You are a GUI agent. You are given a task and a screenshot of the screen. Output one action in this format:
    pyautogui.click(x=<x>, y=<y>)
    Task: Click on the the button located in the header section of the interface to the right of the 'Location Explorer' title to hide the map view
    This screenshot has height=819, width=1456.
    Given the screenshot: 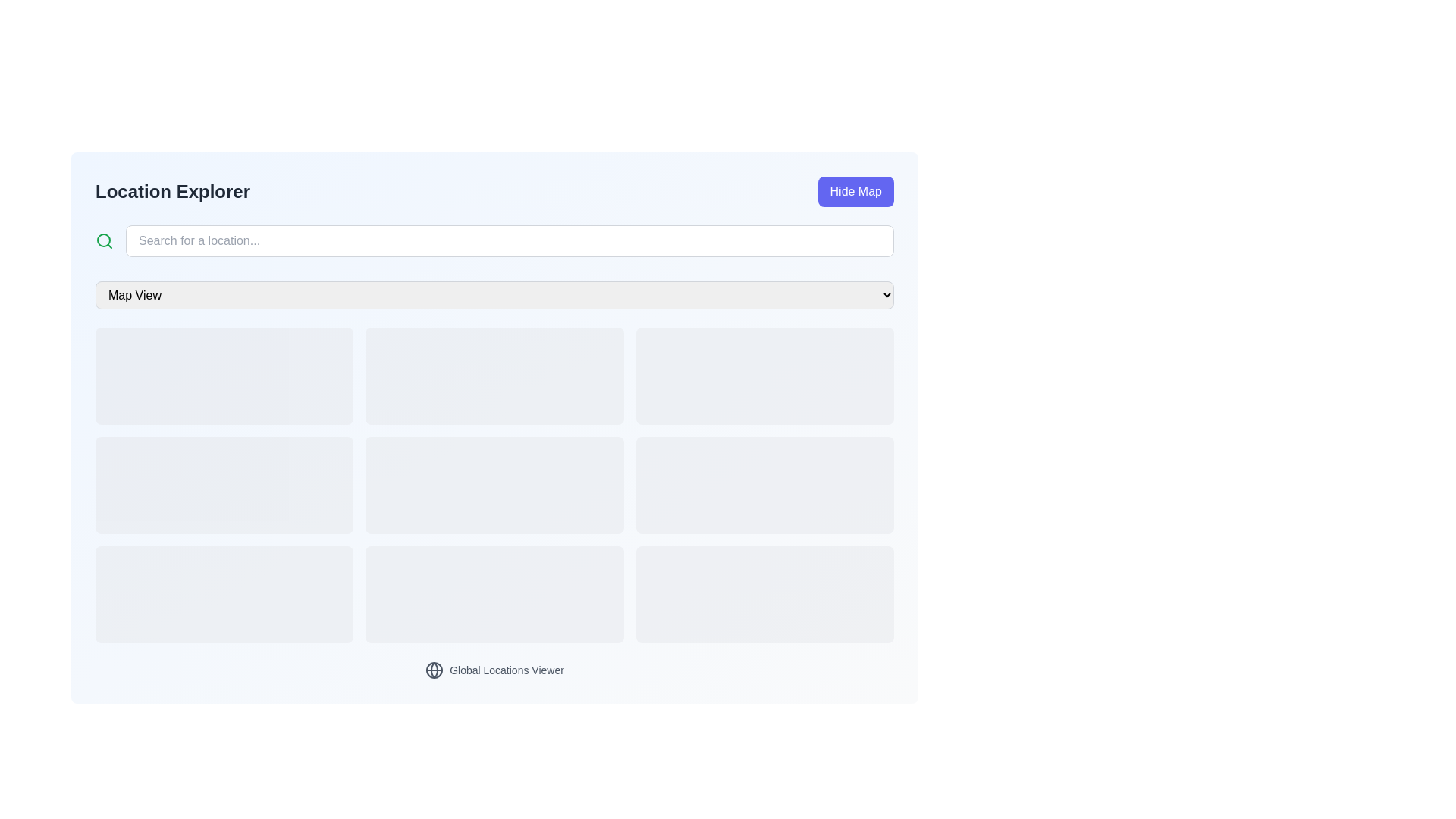 What is the action you would take?
    pyautogui.click(x=855, y=191)
    